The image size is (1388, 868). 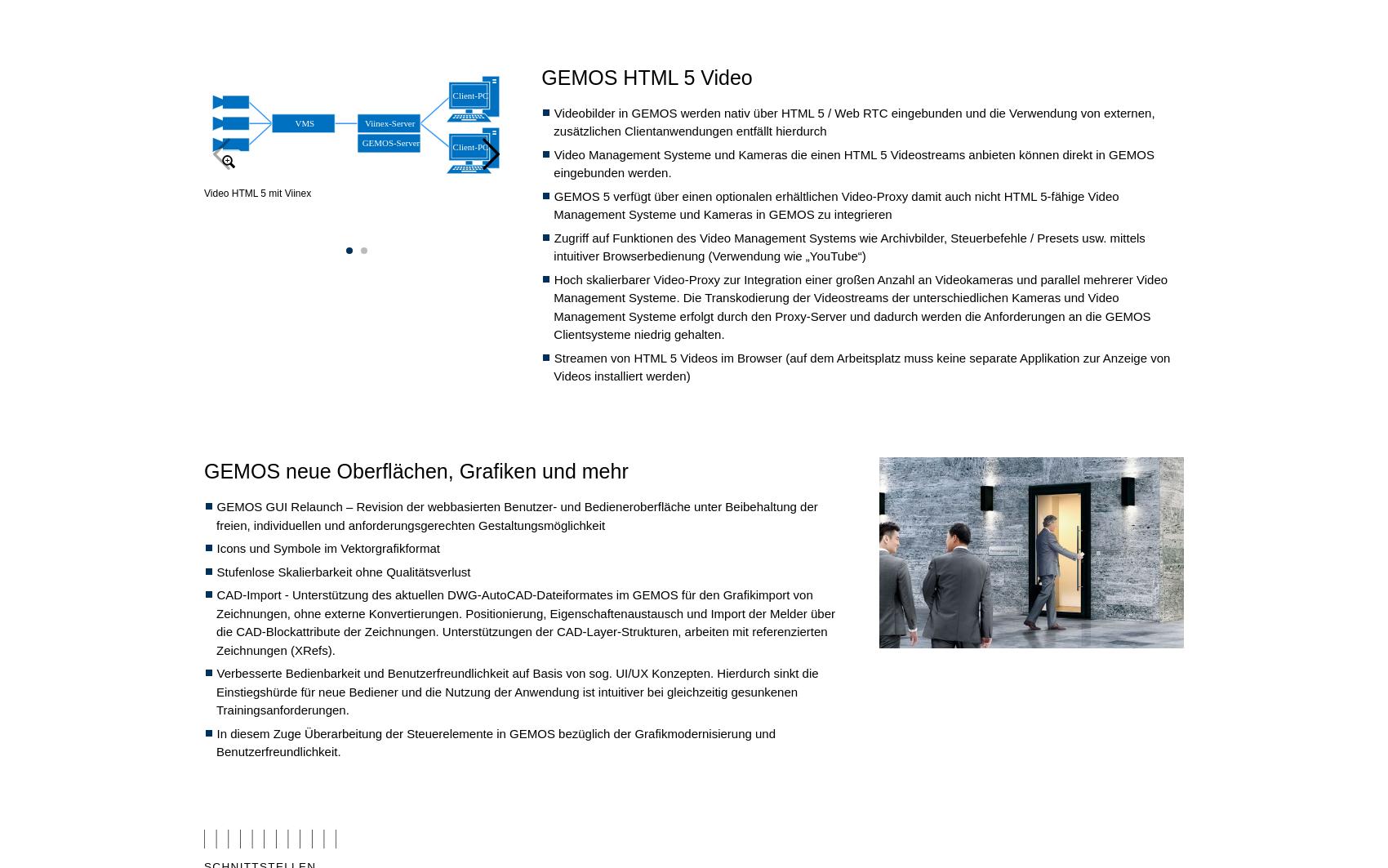 I want to click on 'Videobilder in GEMOS werden nativ über HTML 5 / Web RTC eingebunden und die Verwendung von externen, zusätzlichen Clientanwendungen entfällt hierdurch', so click(x=553, y=122).